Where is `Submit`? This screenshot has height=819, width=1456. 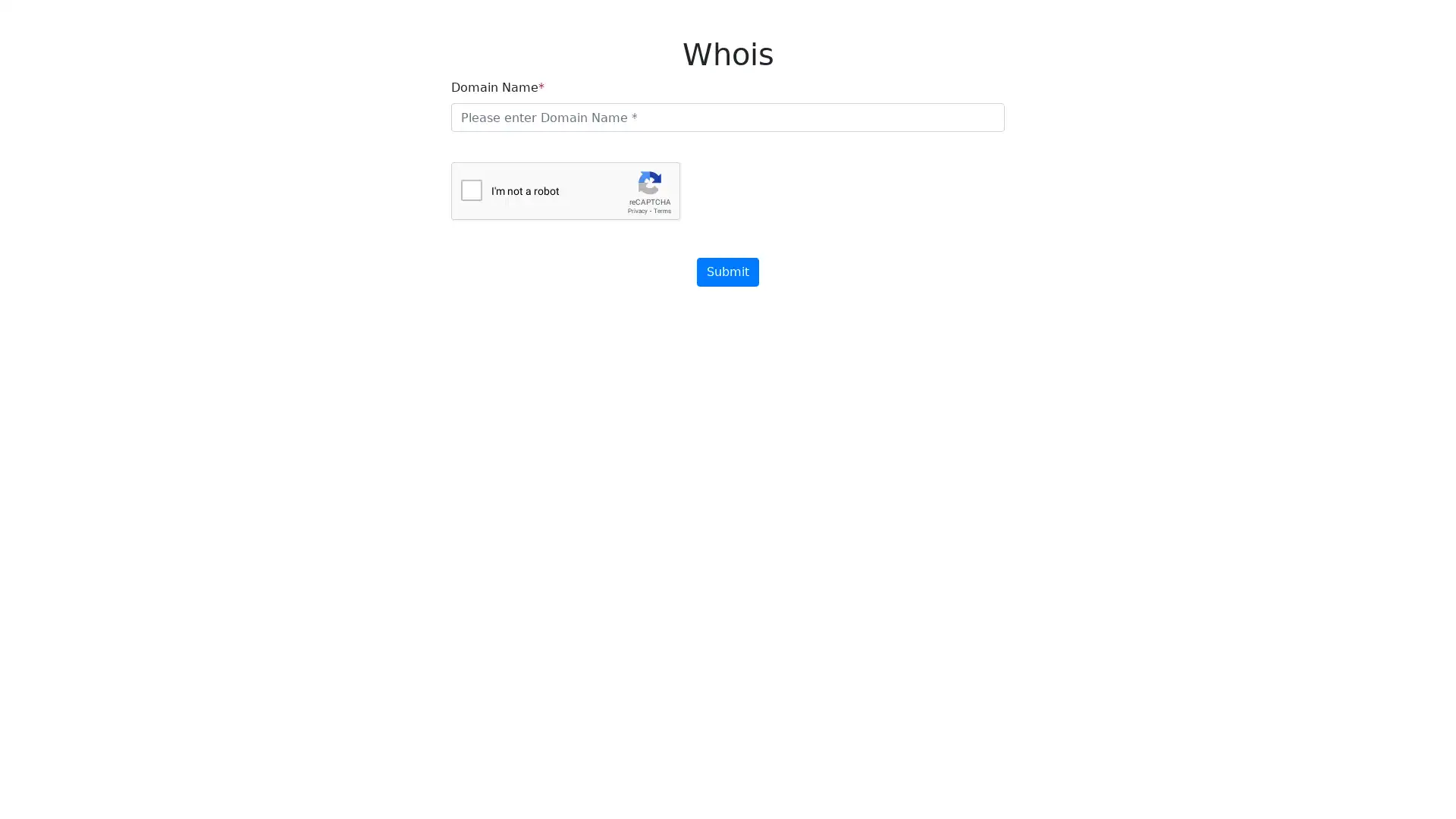
Submit is located at coordinates (728, 271).